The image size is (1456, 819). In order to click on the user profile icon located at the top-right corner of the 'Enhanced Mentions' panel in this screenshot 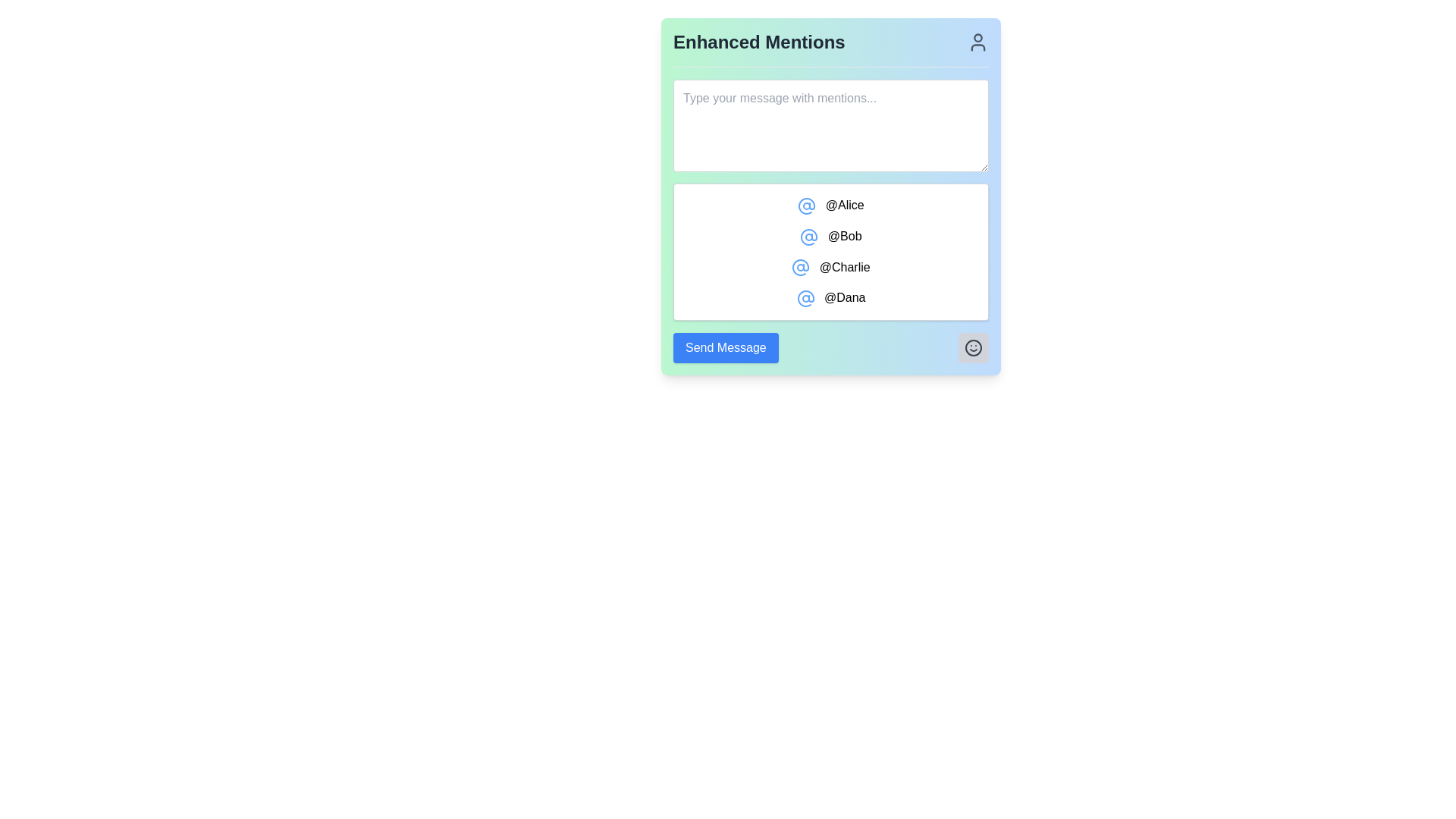, I will do `click(978, 42)`.